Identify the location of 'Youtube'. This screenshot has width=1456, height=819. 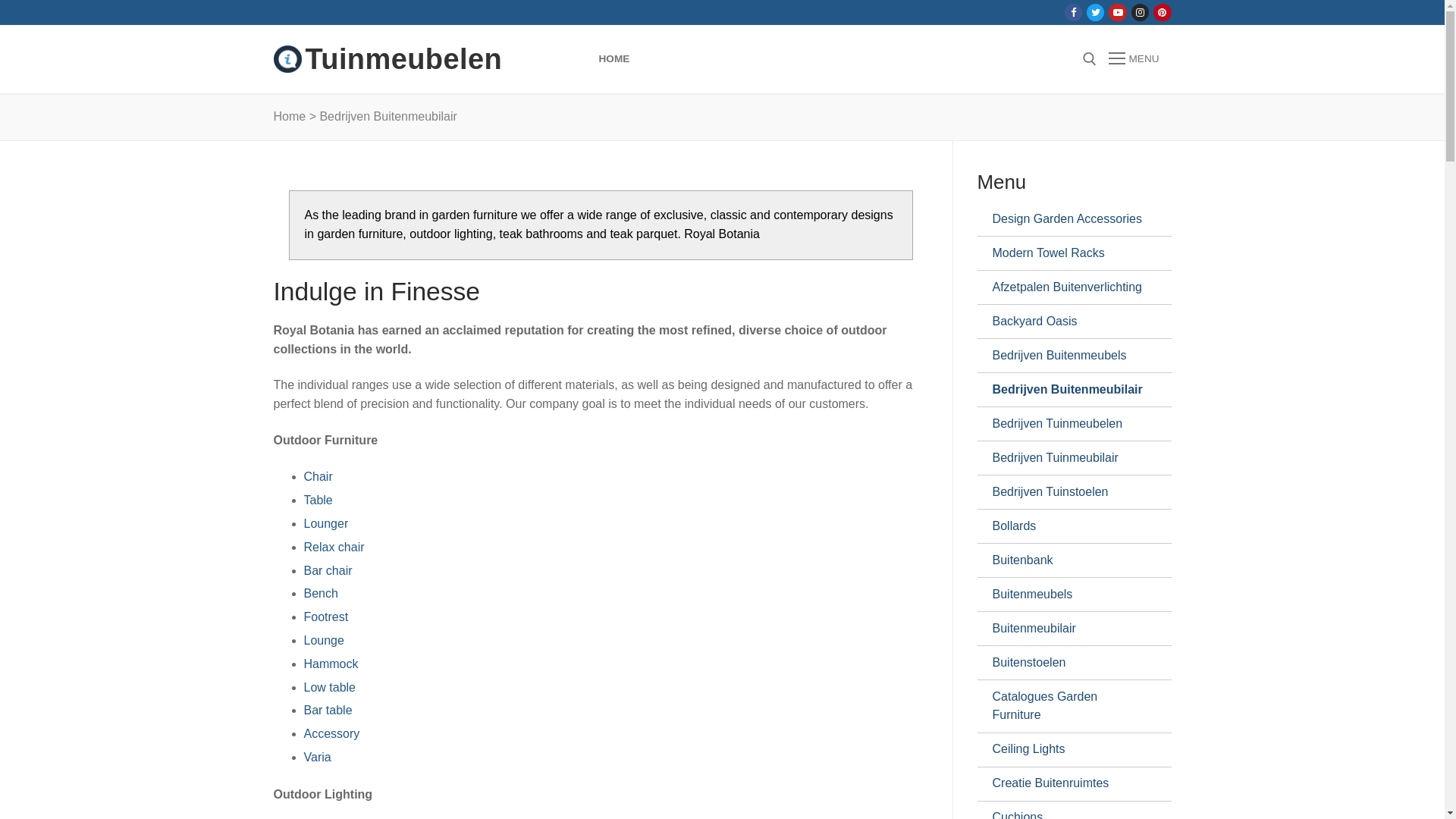
(1118, 12).